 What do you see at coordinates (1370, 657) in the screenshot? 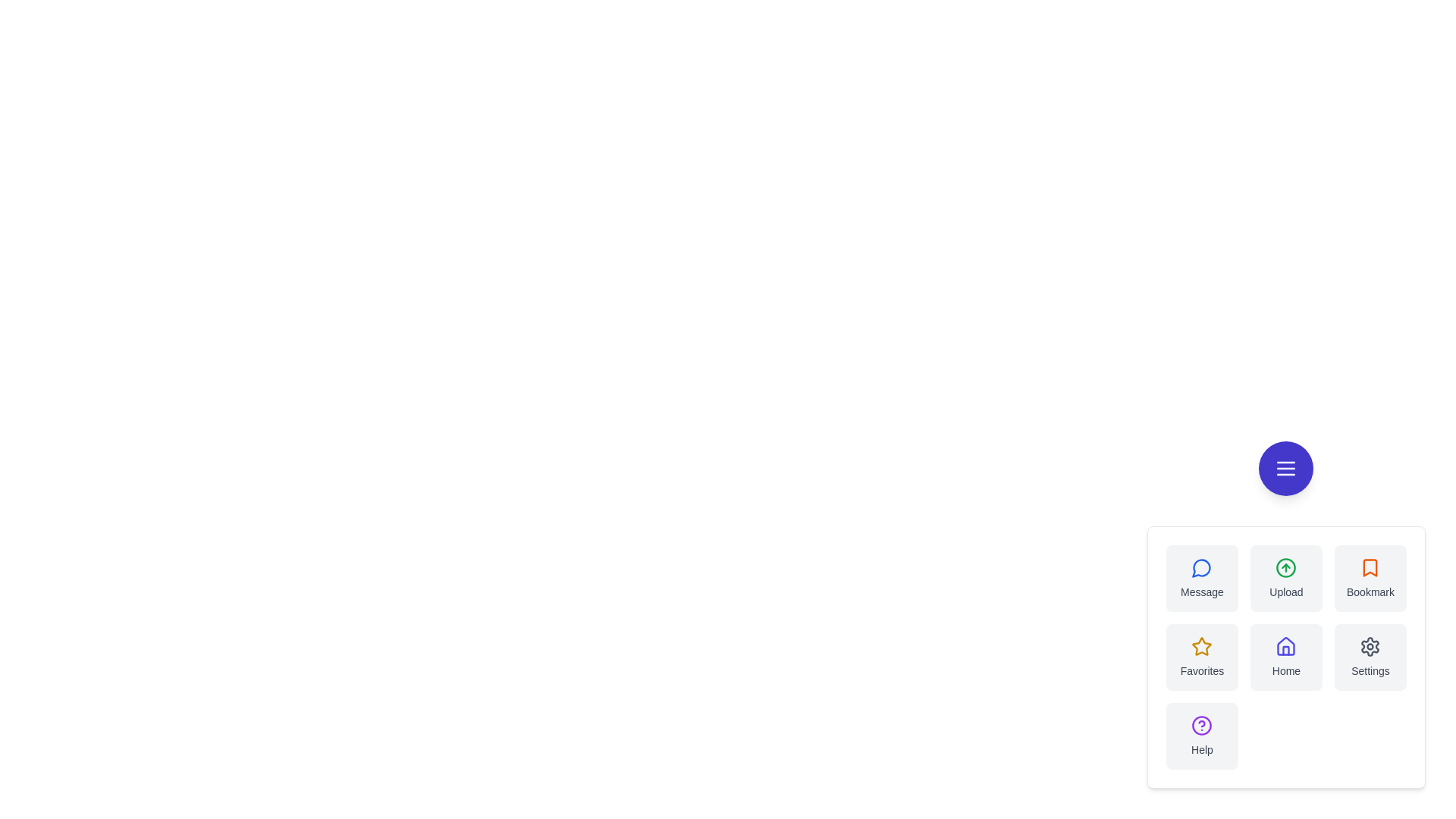
I see `the Settings button in the speed dial menu` at bounding box center [1370, 657].